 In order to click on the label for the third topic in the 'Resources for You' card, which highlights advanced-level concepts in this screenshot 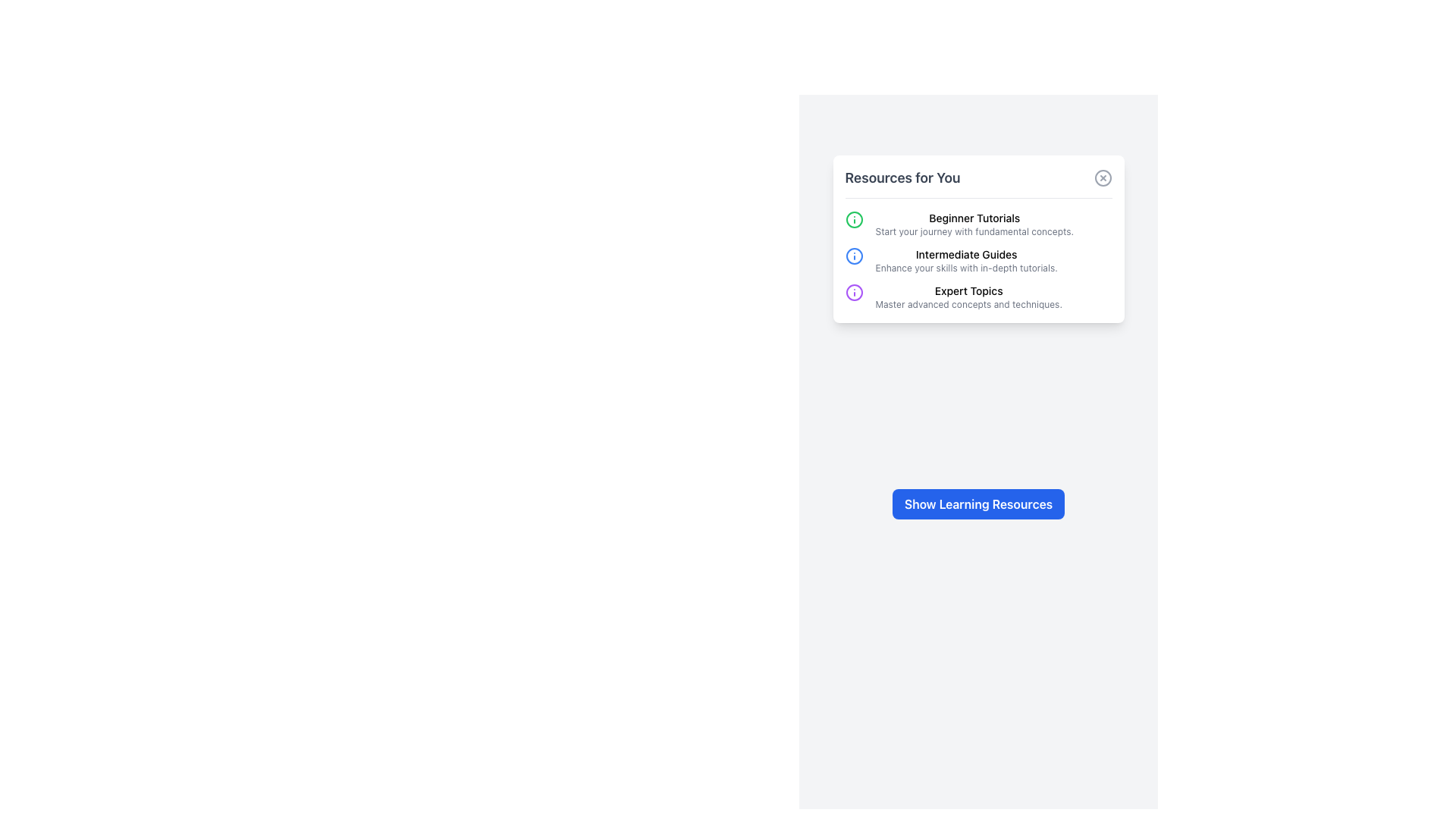, I will do `click(968, 291)`.